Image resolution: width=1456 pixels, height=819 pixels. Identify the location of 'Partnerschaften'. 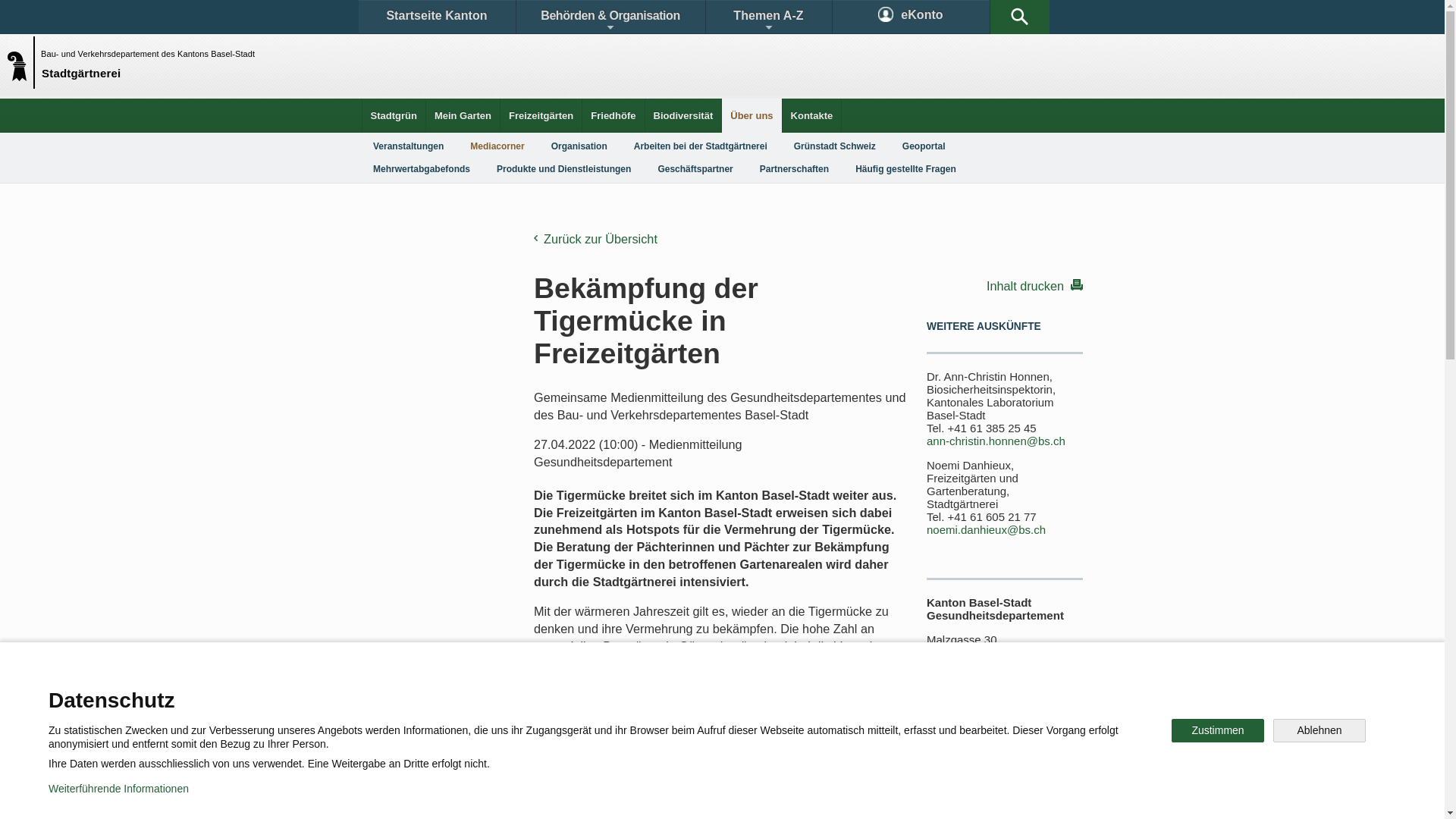
(793, 169).